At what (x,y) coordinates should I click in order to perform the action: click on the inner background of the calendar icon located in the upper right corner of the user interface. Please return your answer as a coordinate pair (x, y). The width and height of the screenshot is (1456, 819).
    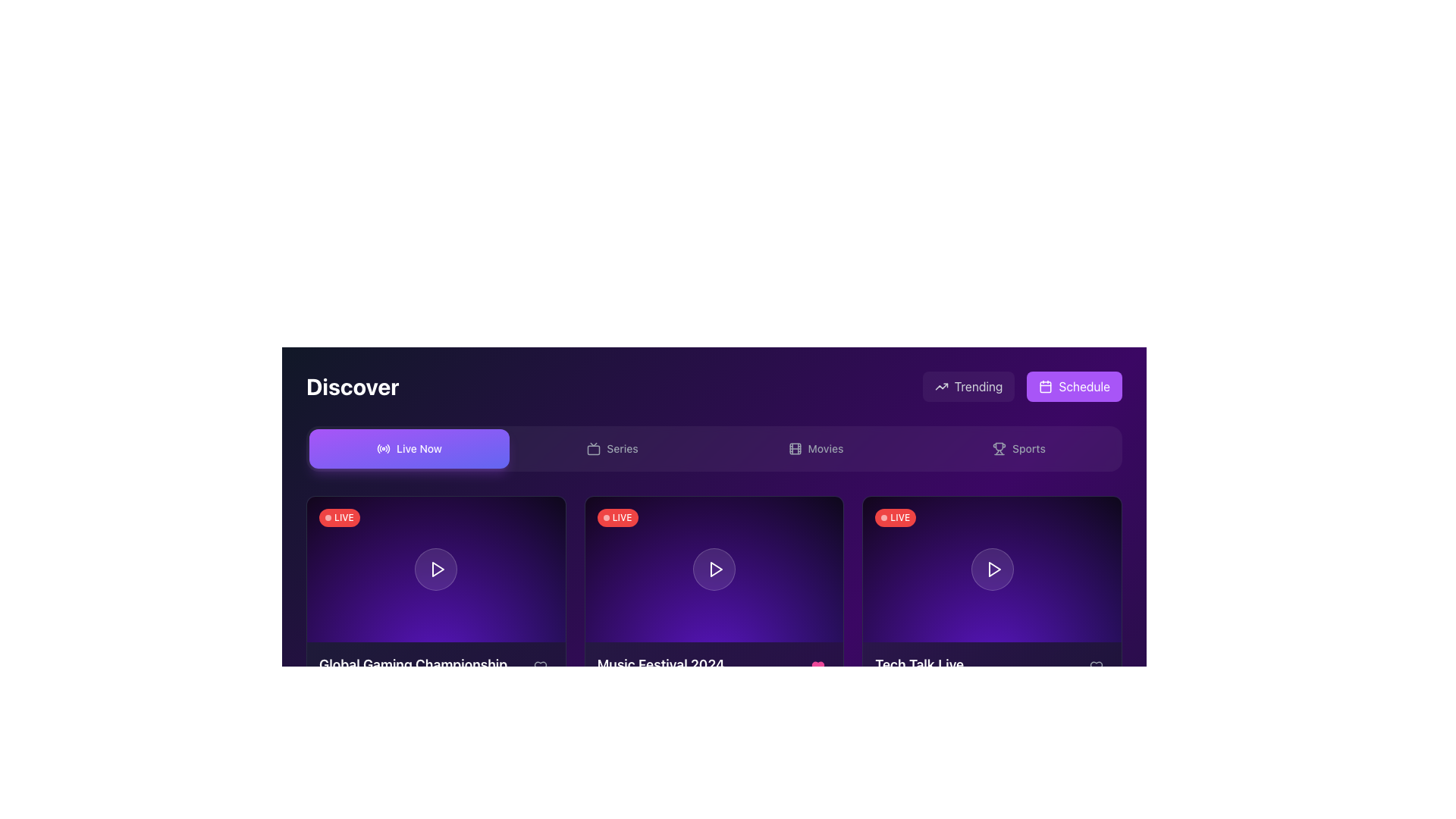
    Looking at the image, I should click on (1045, 386).